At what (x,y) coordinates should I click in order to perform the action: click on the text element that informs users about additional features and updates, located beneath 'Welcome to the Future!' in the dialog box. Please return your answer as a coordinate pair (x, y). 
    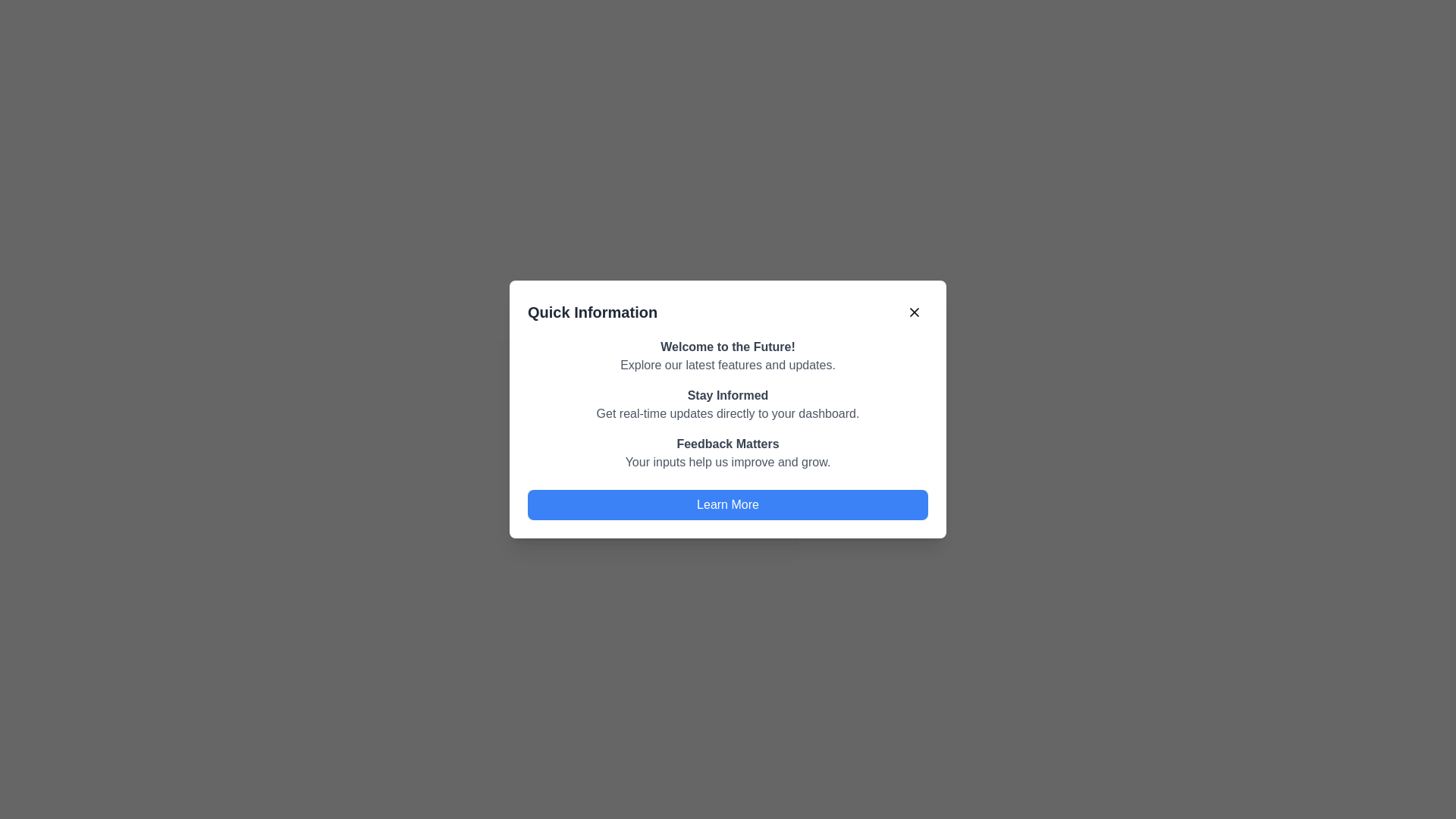
    Looking at the image, I should click on (728, 366).